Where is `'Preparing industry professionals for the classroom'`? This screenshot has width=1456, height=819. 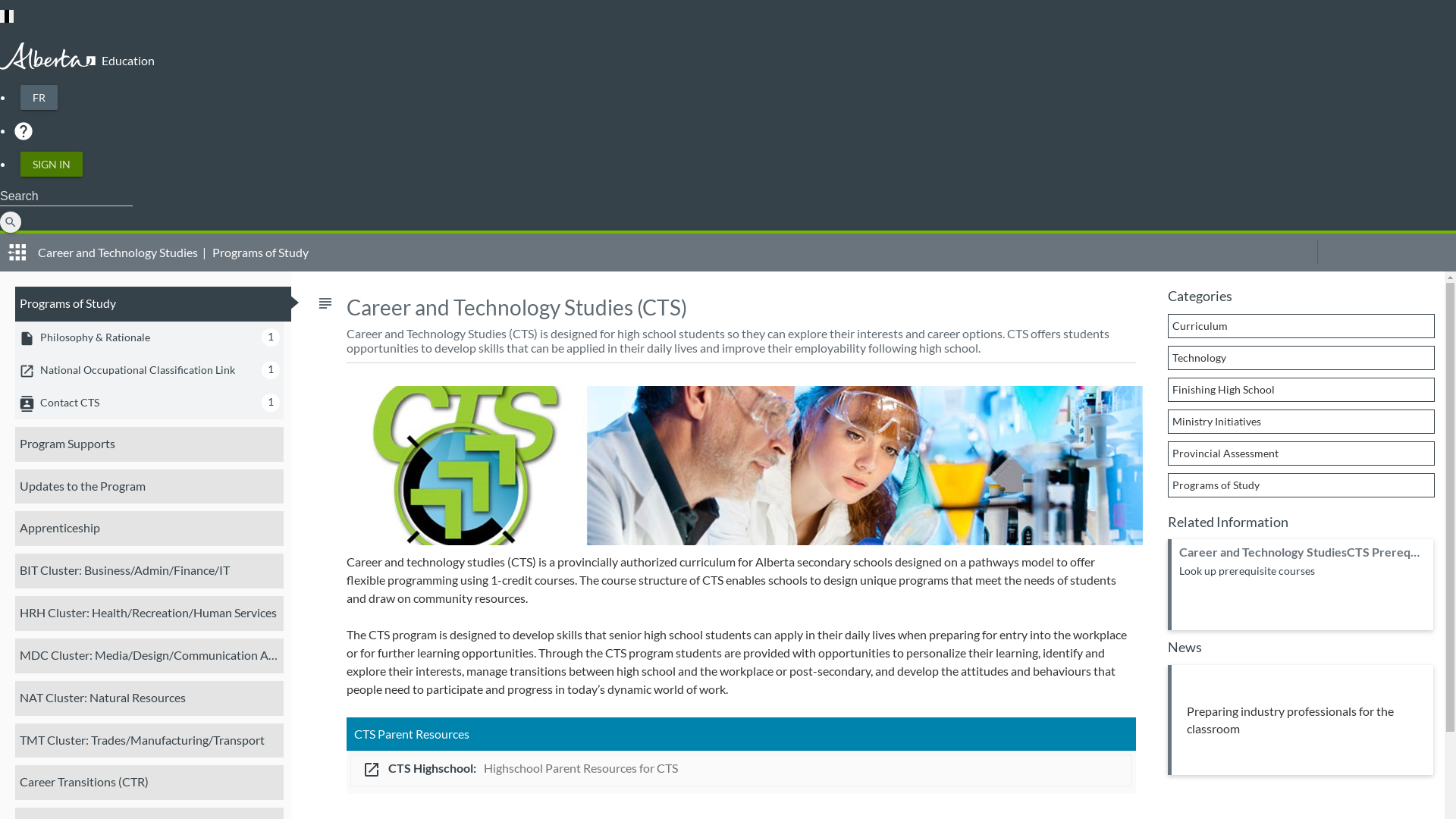 'Preparing industry professionals for the classroom' is located at coordinates (1299, 719).